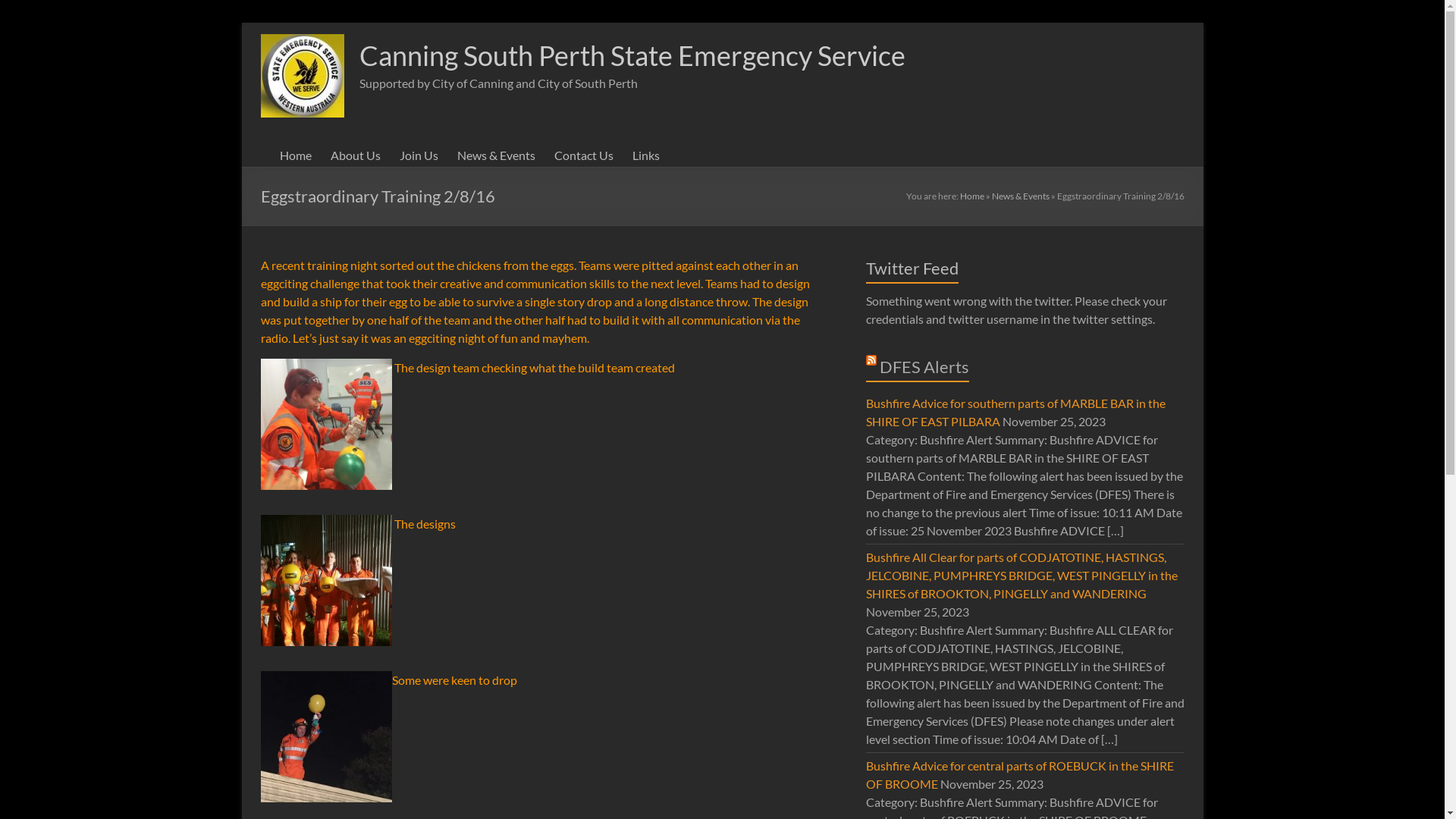 This screenshot has height=819, width=1456. I want to click on 'DFES Alerts', so click(924, 366).